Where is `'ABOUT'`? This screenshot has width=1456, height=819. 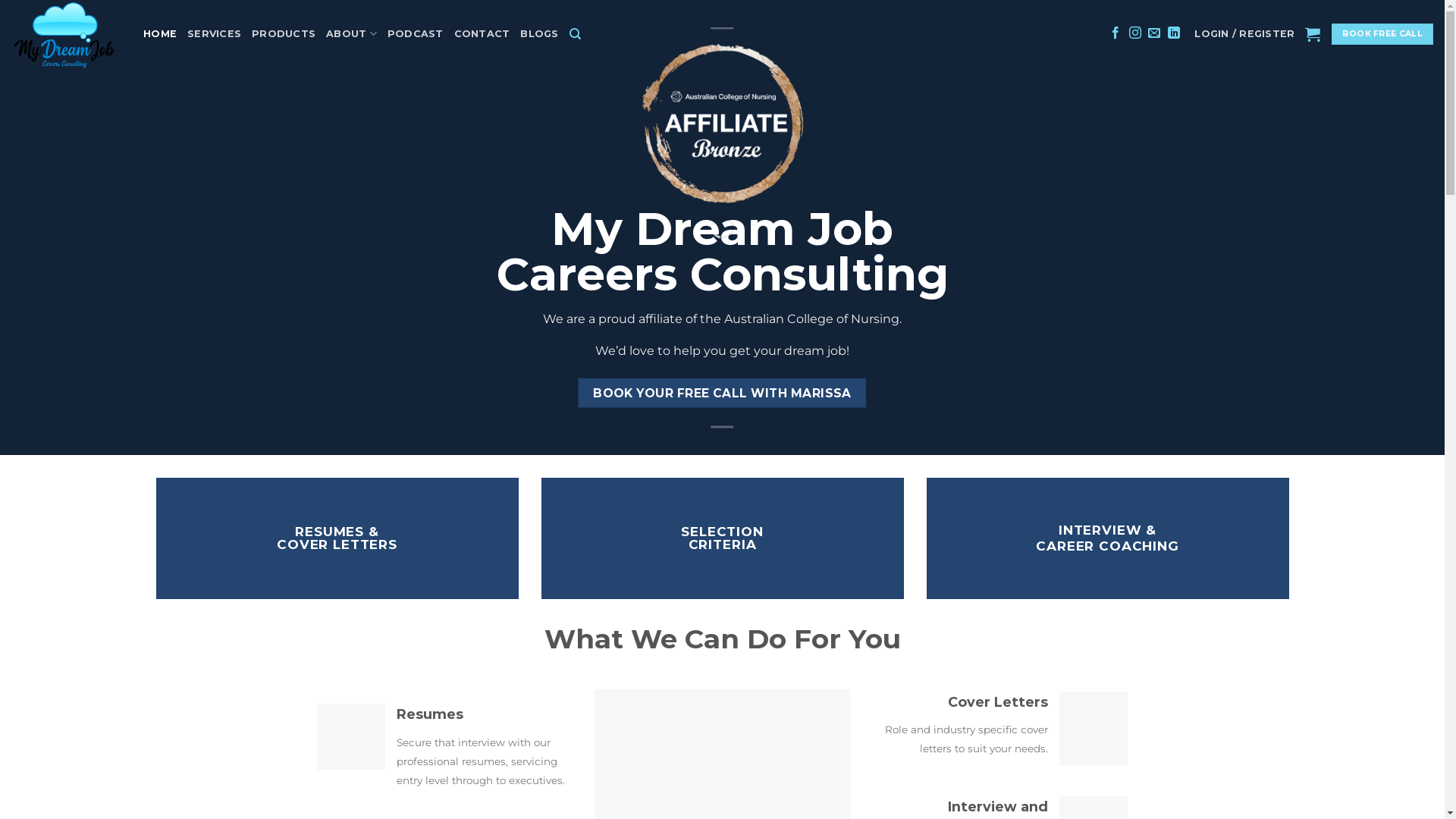
'ABOUT' is located at coordinates (350, 33).